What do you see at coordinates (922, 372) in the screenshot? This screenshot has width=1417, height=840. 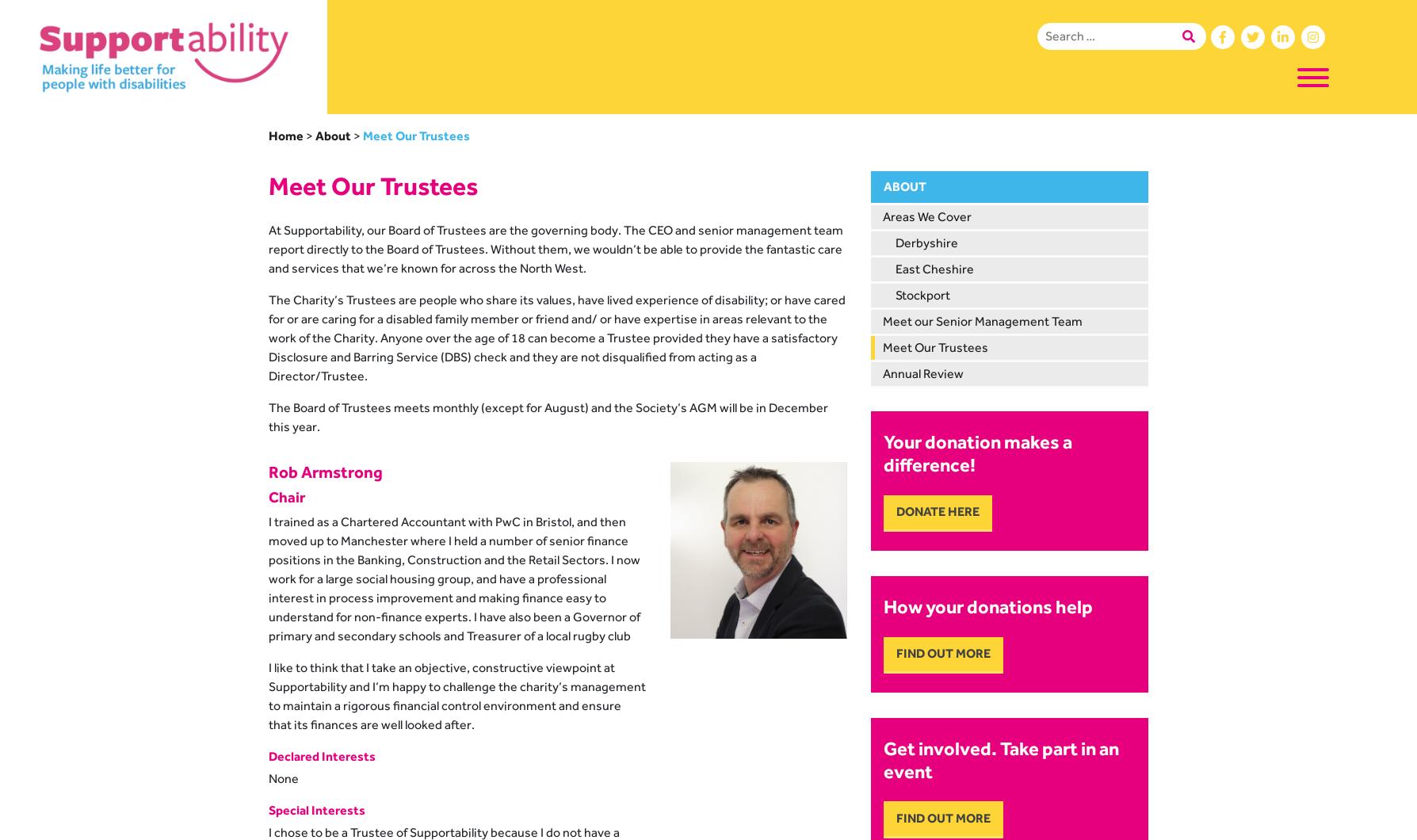 I see `'Annual Review'` at bounding box center [922, 372].